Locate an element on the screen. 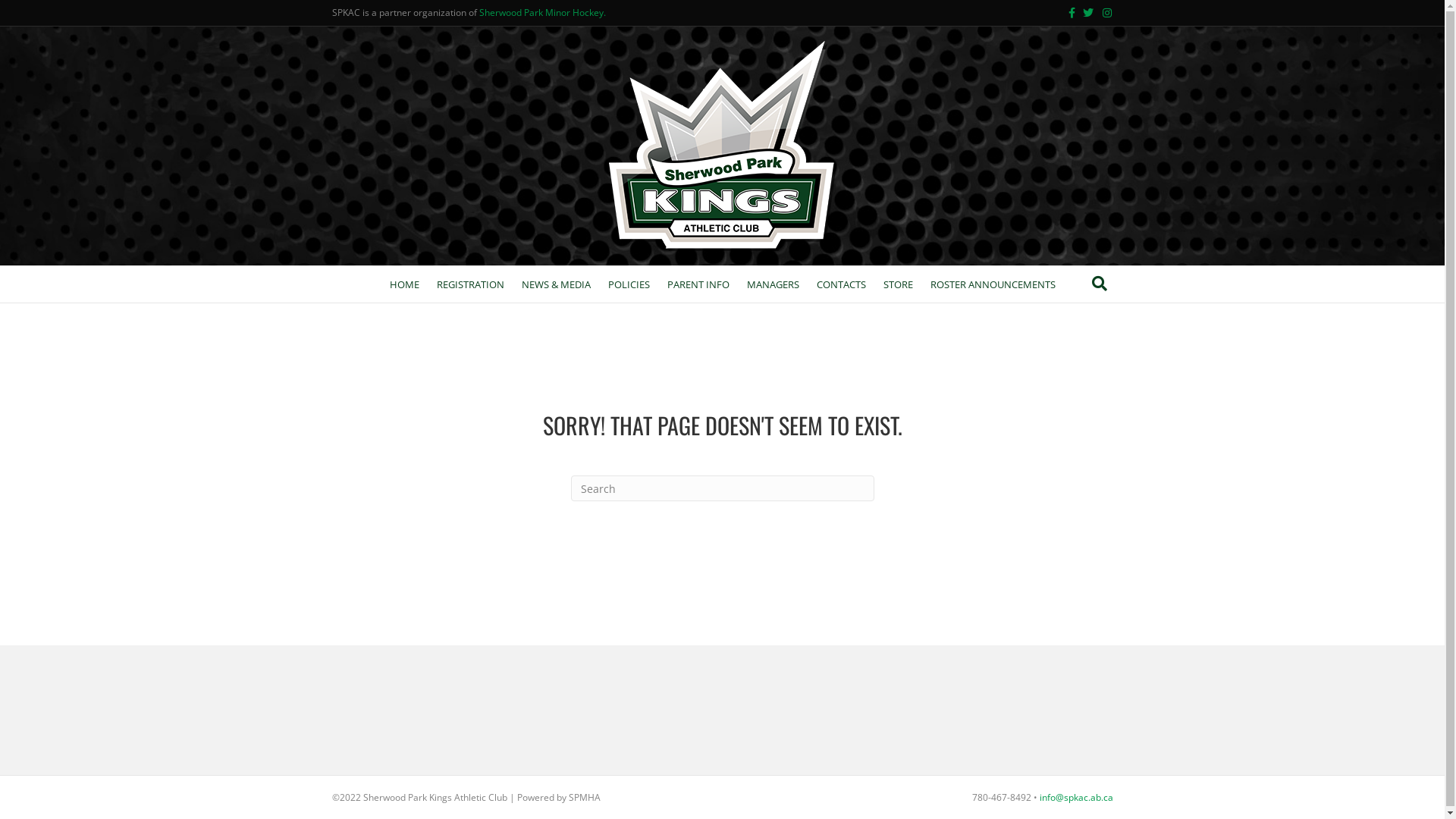 The image size is (1456, 819). 'STORE' is located at coordinates (897, 284).